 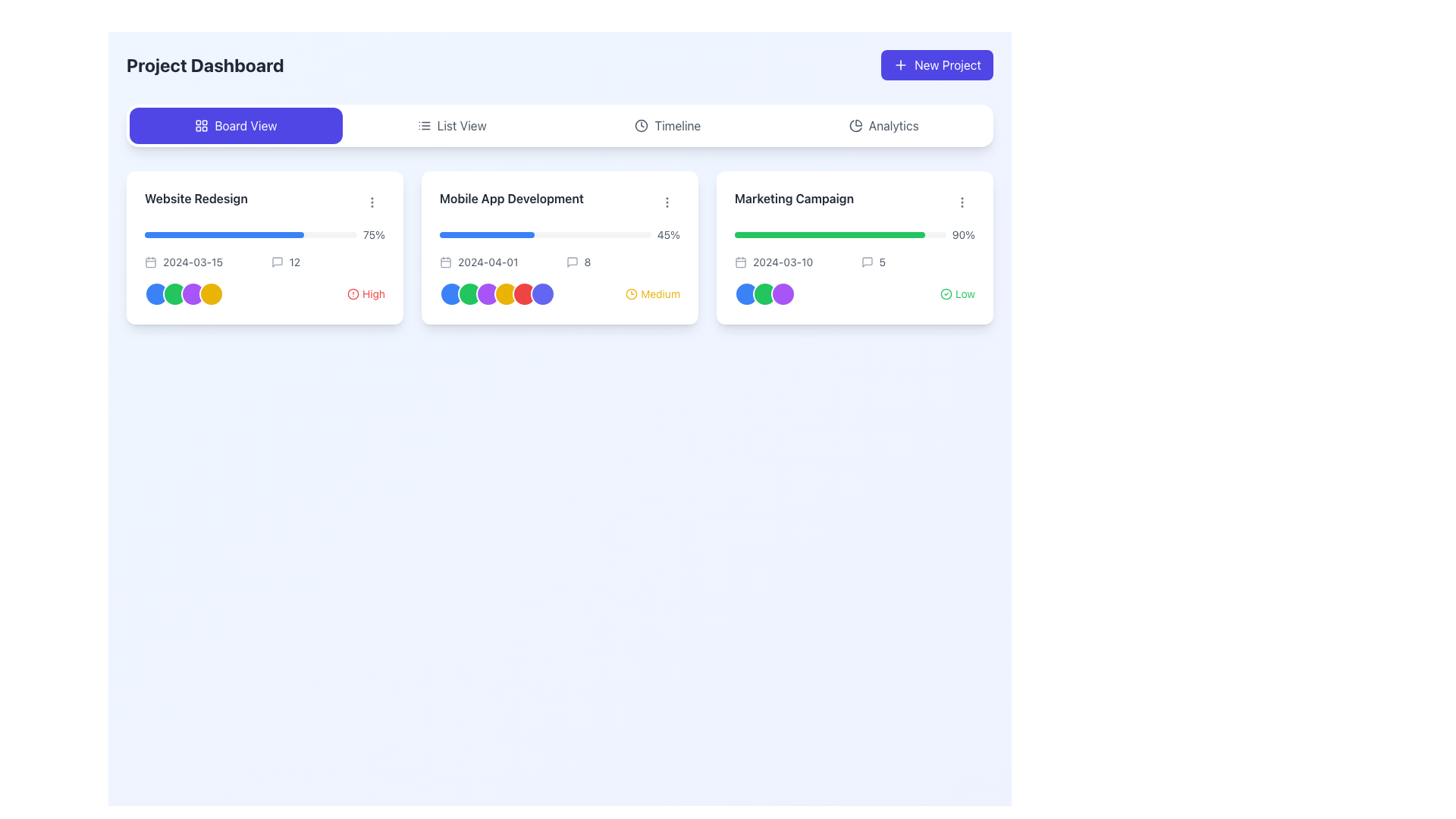 I want to click on the Progress bar indicating 75% completion of the 'Website Redesign' project located in the project card on the dashboard, so click(x=265, y=234).